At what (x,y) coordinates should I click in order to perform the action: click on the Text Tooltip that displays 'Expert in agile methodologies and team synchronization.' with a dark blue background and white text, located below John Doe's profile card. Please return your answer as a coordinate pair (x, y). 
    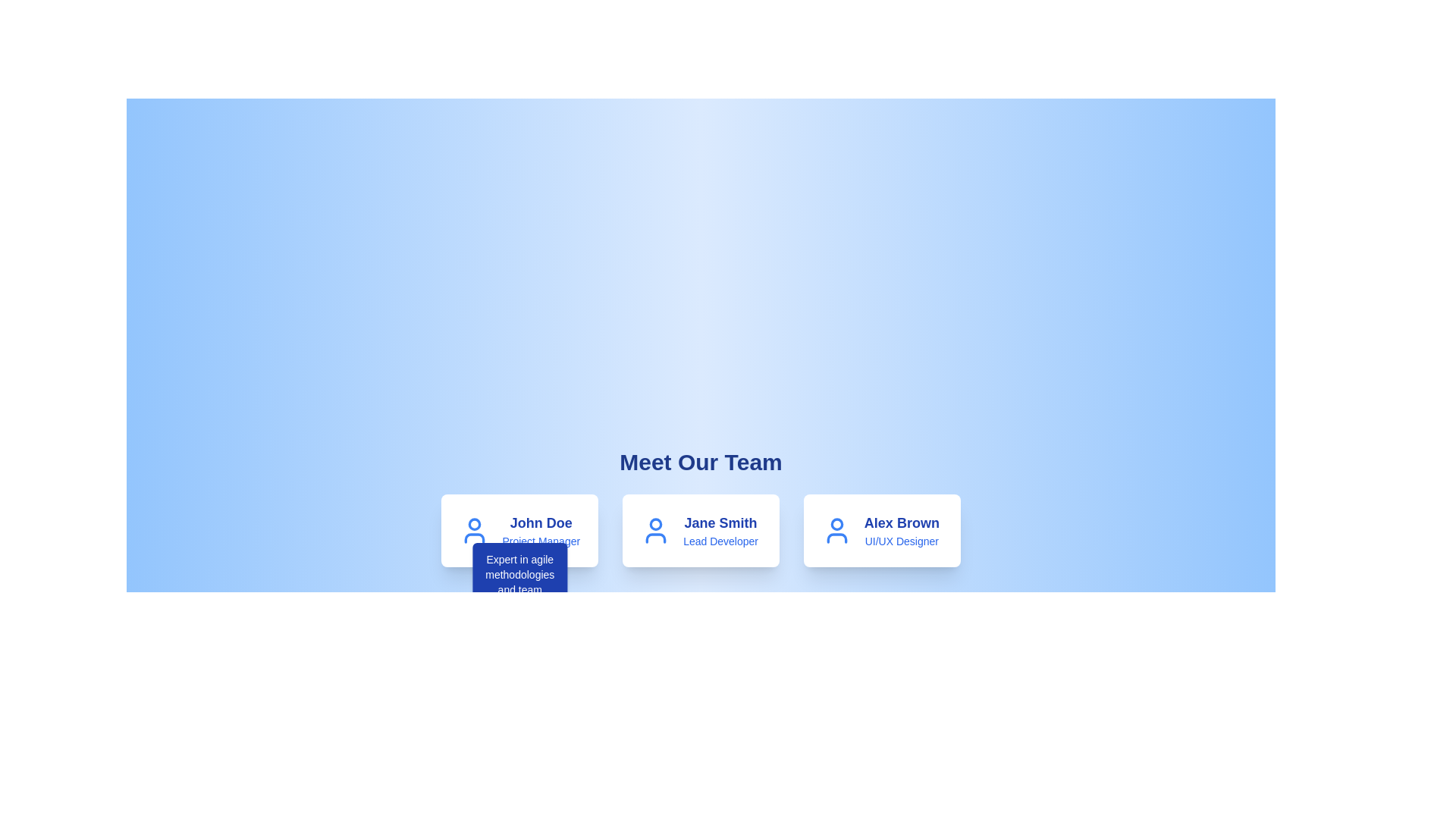
    Looking at the image, I should click on (519, 581).